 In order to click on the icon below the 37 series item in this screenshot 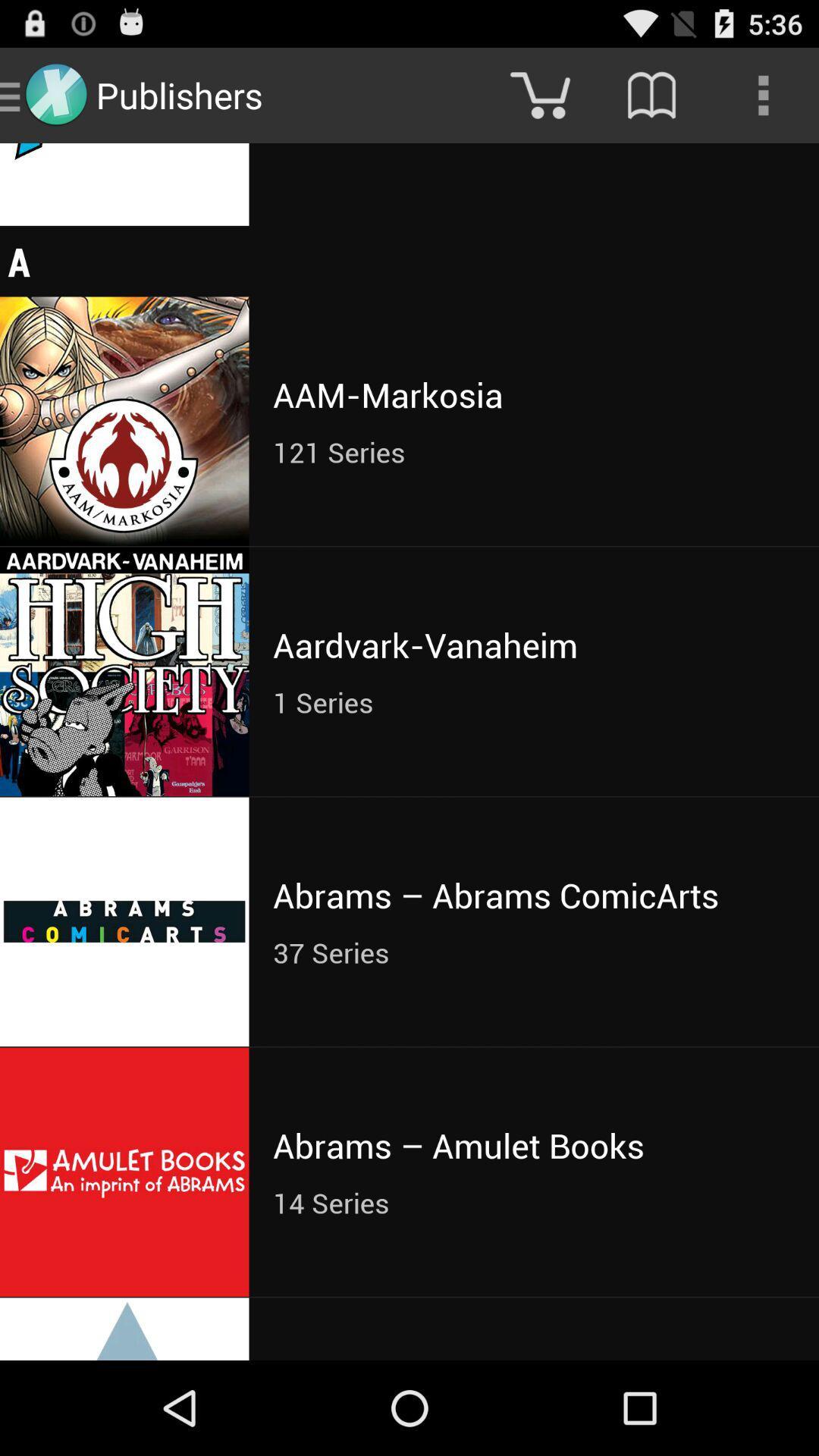, I will do `click(533, 1145)`.